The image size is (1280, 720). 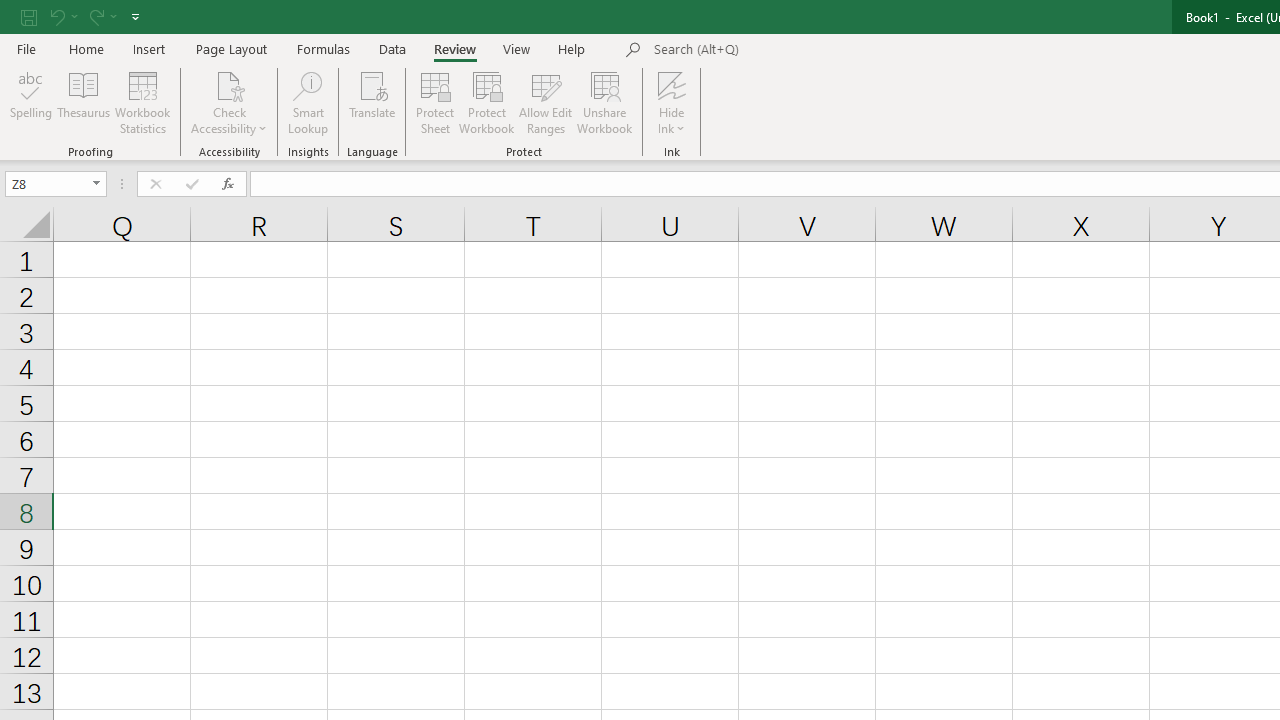 What do you see at coordinates (434, 103) in the screenshot?
I see `'Protect Sheet...'` at bounding box center [434, 103].